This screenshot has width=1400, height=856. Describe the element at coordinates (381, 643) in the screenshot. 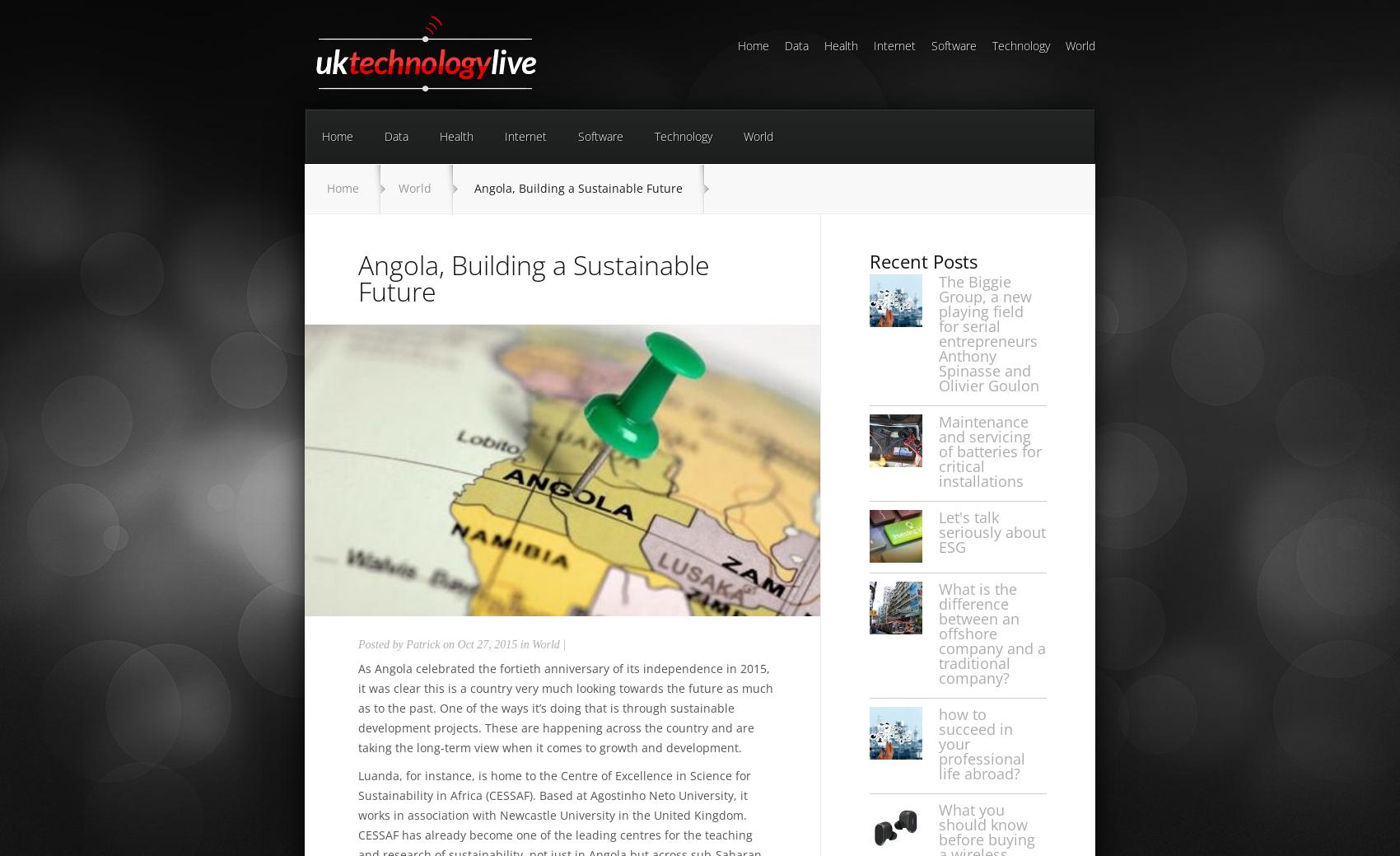

I see `'Posted  by'` at that location.